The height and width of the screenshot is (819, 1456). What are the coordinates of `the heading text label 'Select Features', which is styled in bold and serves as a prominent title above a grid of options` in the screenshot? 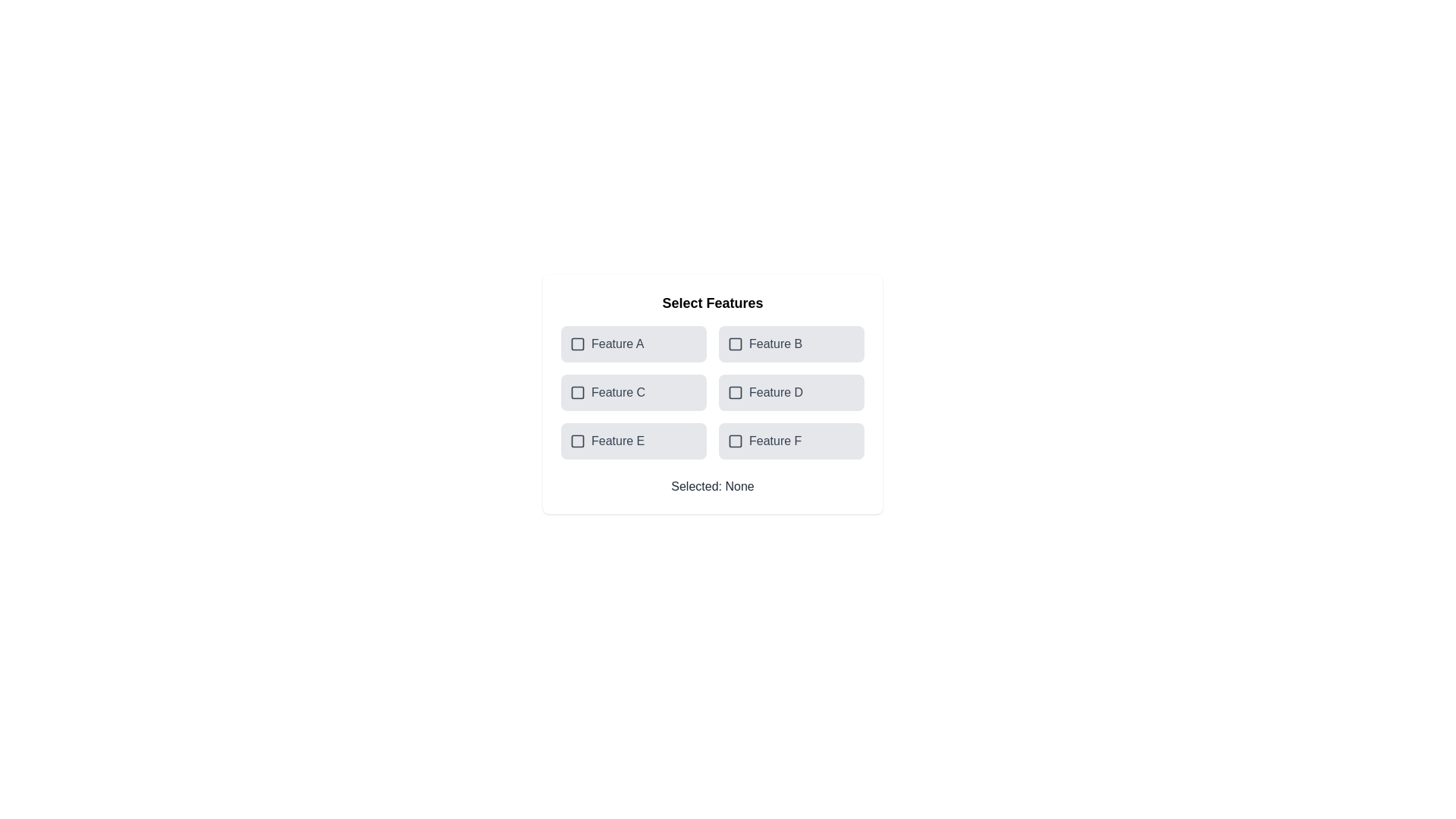 It's located at (712, 303).